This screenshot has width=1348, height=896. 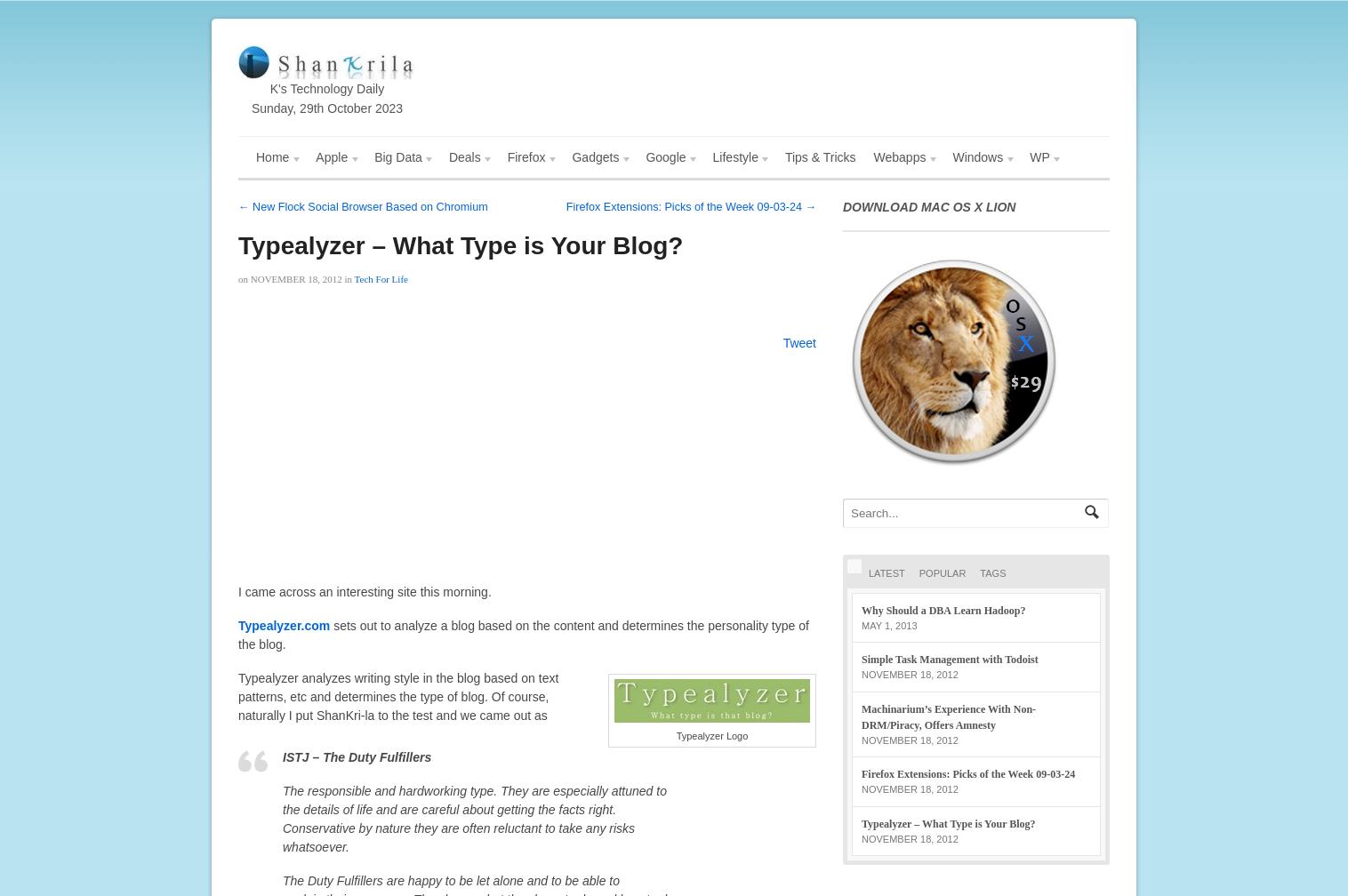 What do you see at coordinates (711, 157) in the screenshot?
I see `'Lifestyle'` at bounding box center [711, 157].